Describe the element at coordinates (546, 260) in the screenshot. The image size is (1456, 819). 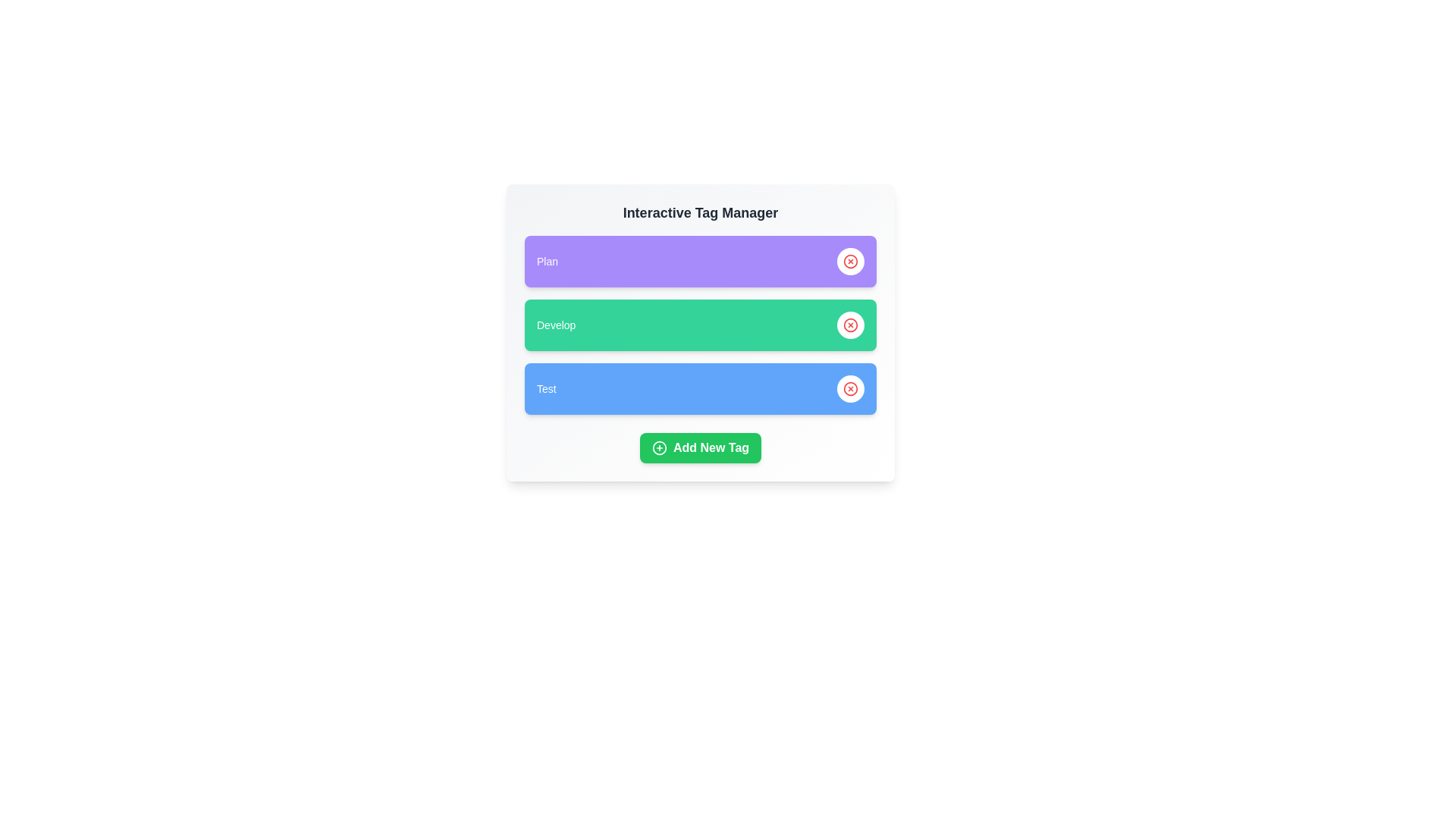
I see `the text of the tag Plan for copying or editing` at that location.